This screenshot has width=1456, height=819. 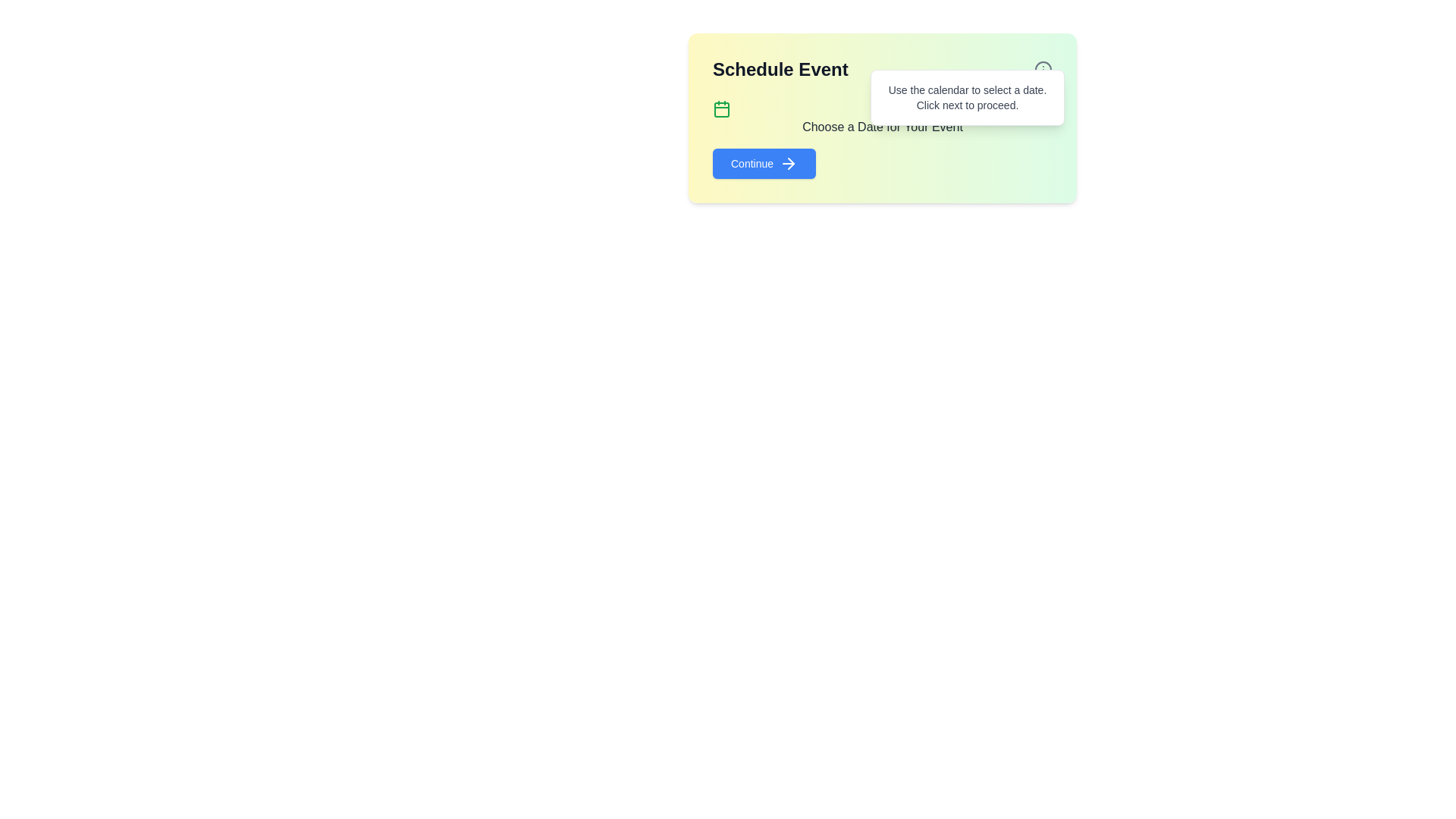 I want to click on the right-pointing arrow icon within the 'Continue' button located at the bottom left corner of the card containing the text 'Schedule Event', so click(x=789, y=164).